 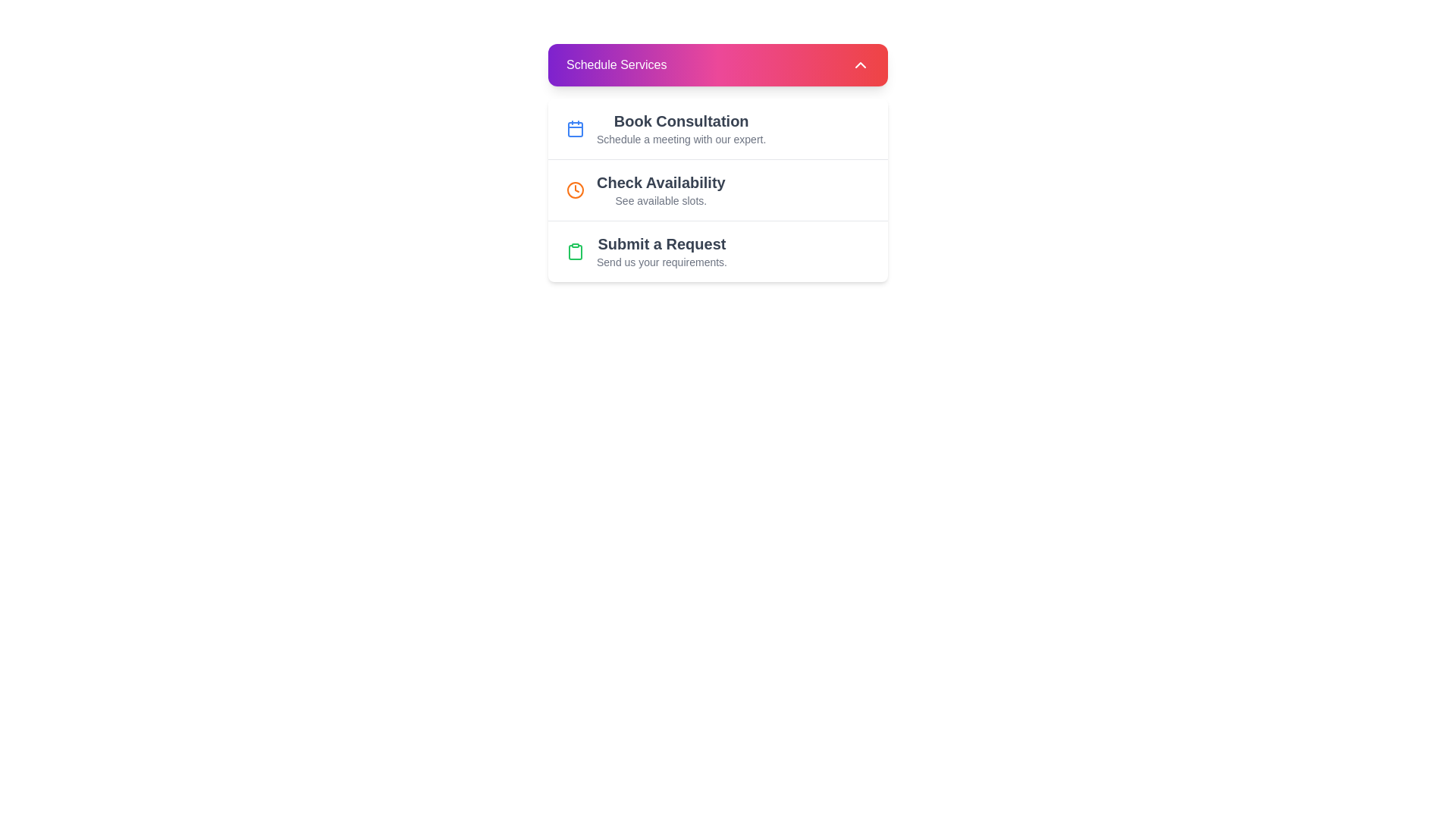 What do you see at coordinates (717, 189) in the screenshot?
I see `the interactive button containing a clock icon and the text 'Check Availability' to check availability` at bounding box center [717, 189].